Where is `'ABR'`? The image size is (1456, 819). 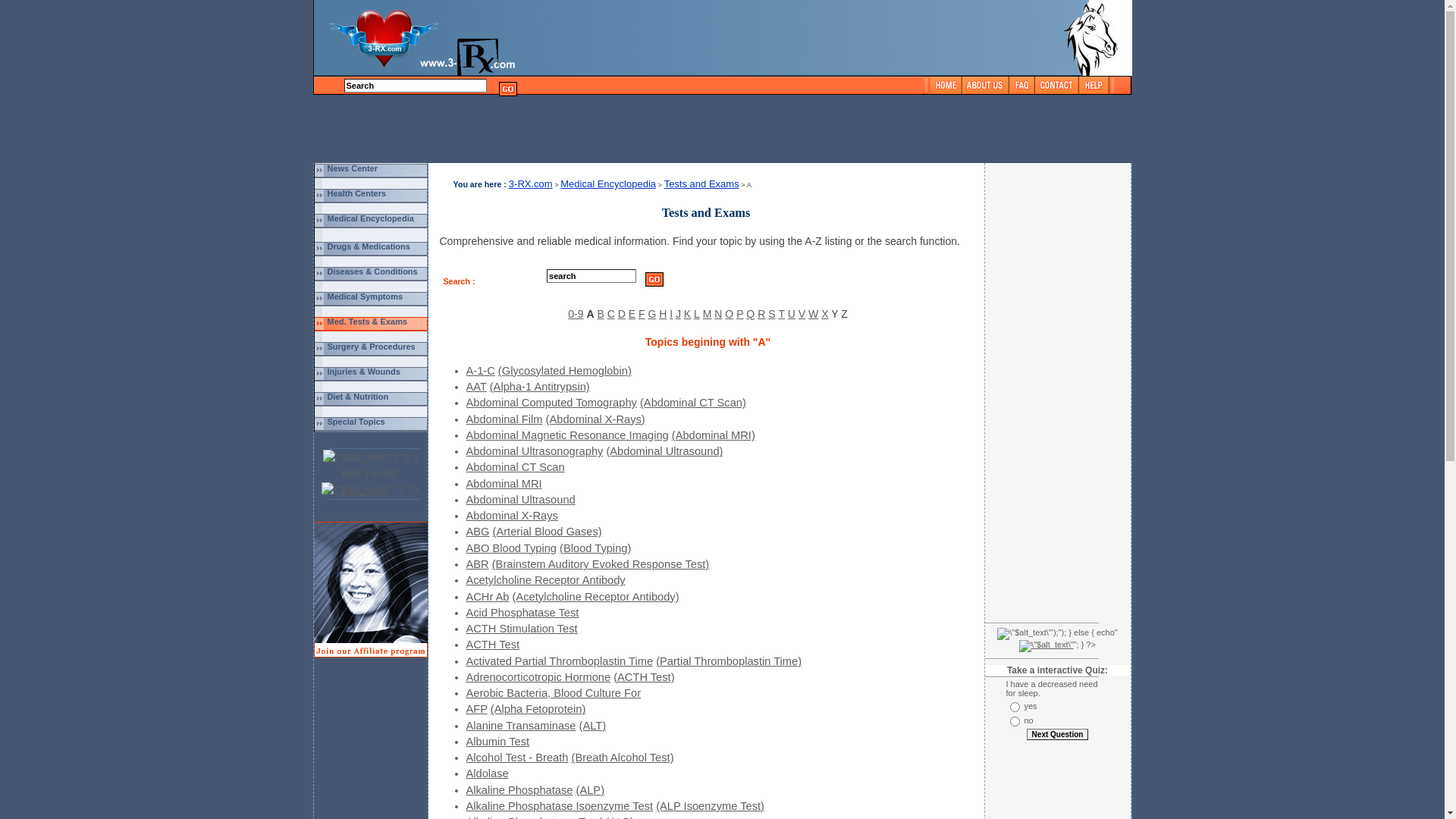 'ABR' is located at coordinates (465, 564).